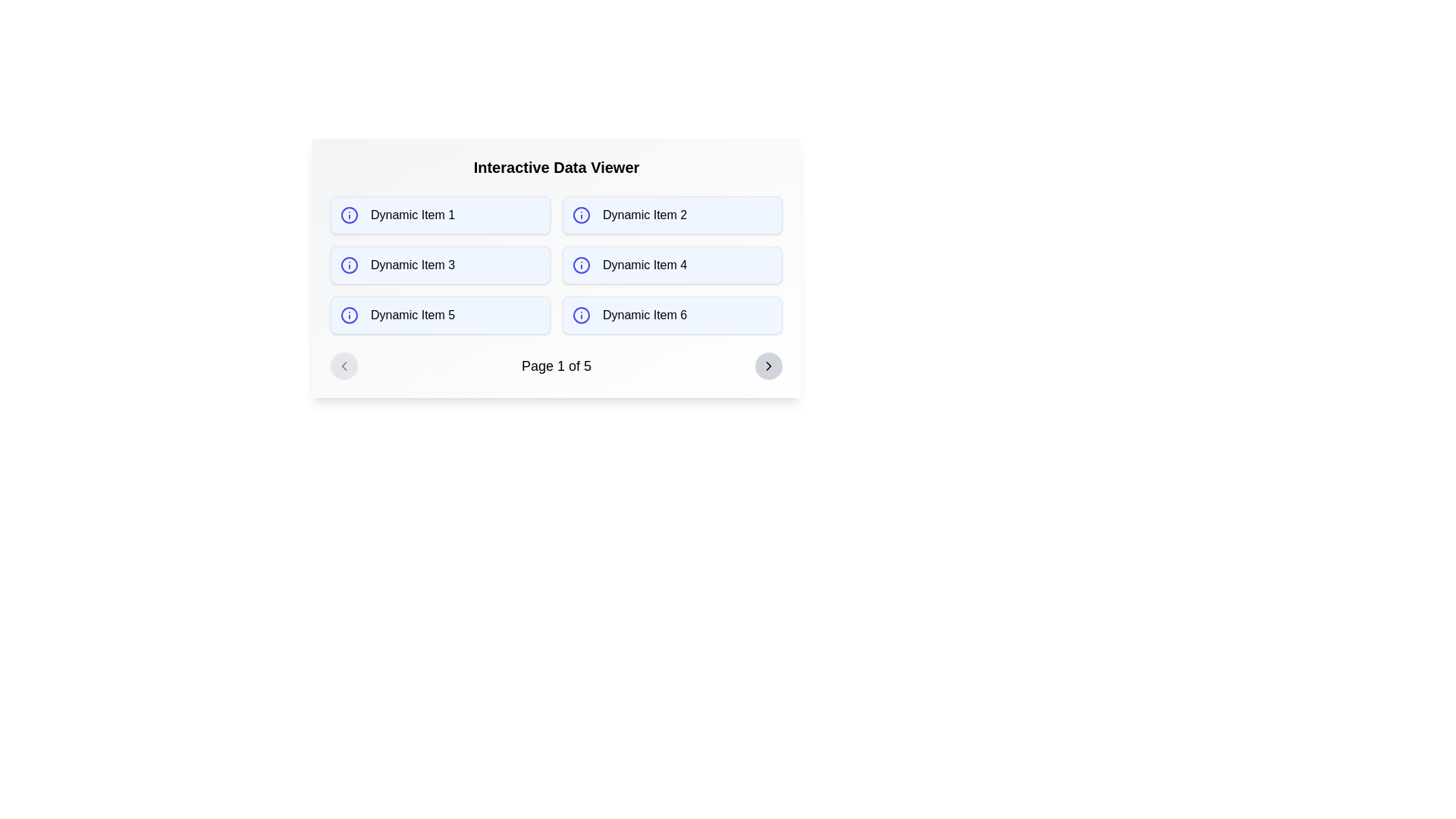 Image resolution: width=1456 pixels, height=819 pixels. What do you see at coordinates (439, 315) in the screenshot?
I see `the static display card labeled 'Dynamic Item 5' which features a blue circular information icon and is located in the left column of the third row in a grid of six elements` at bounding box center [439, 315].